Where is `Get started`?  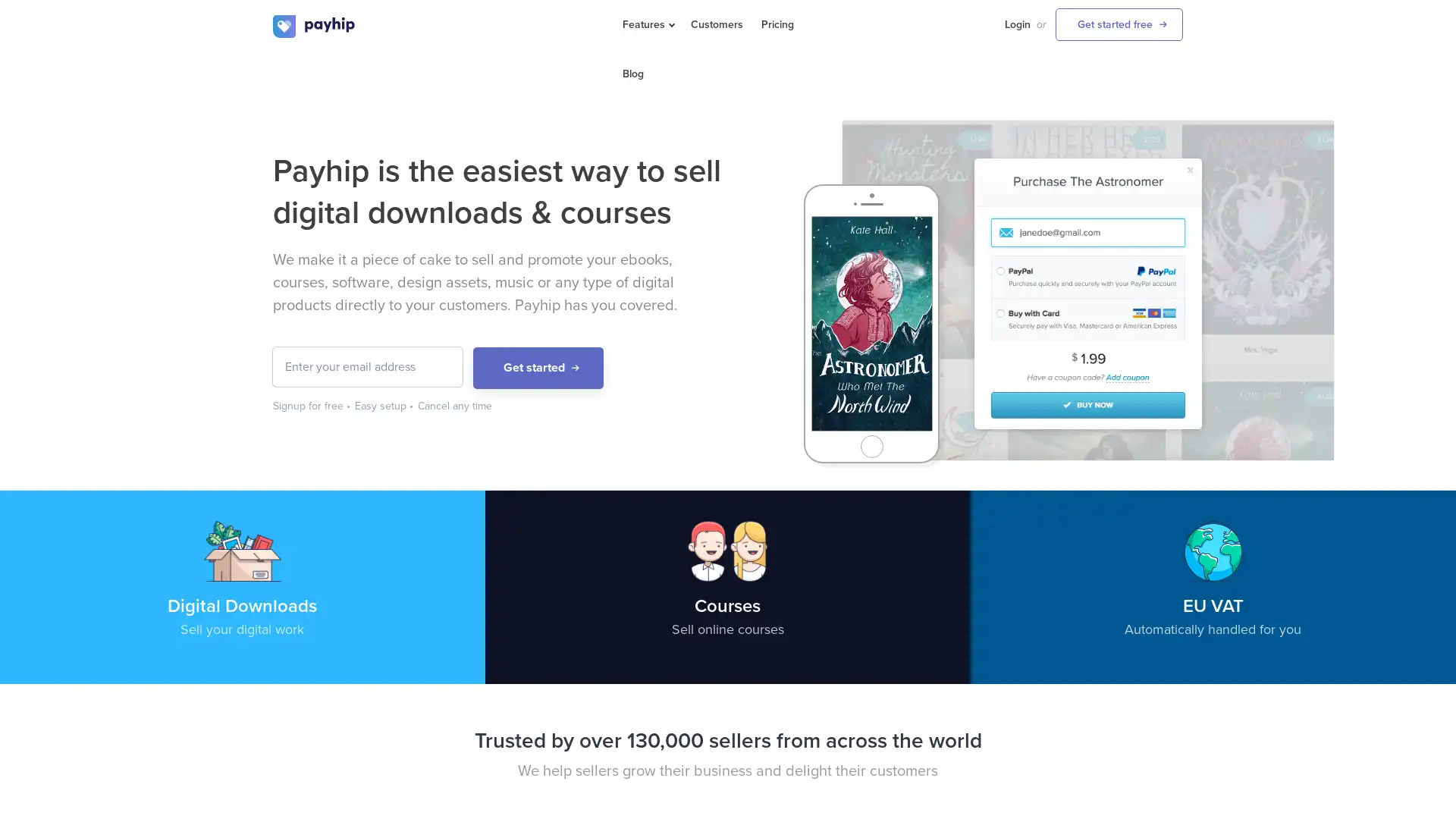
Get started is located at coordinates (538, 368).